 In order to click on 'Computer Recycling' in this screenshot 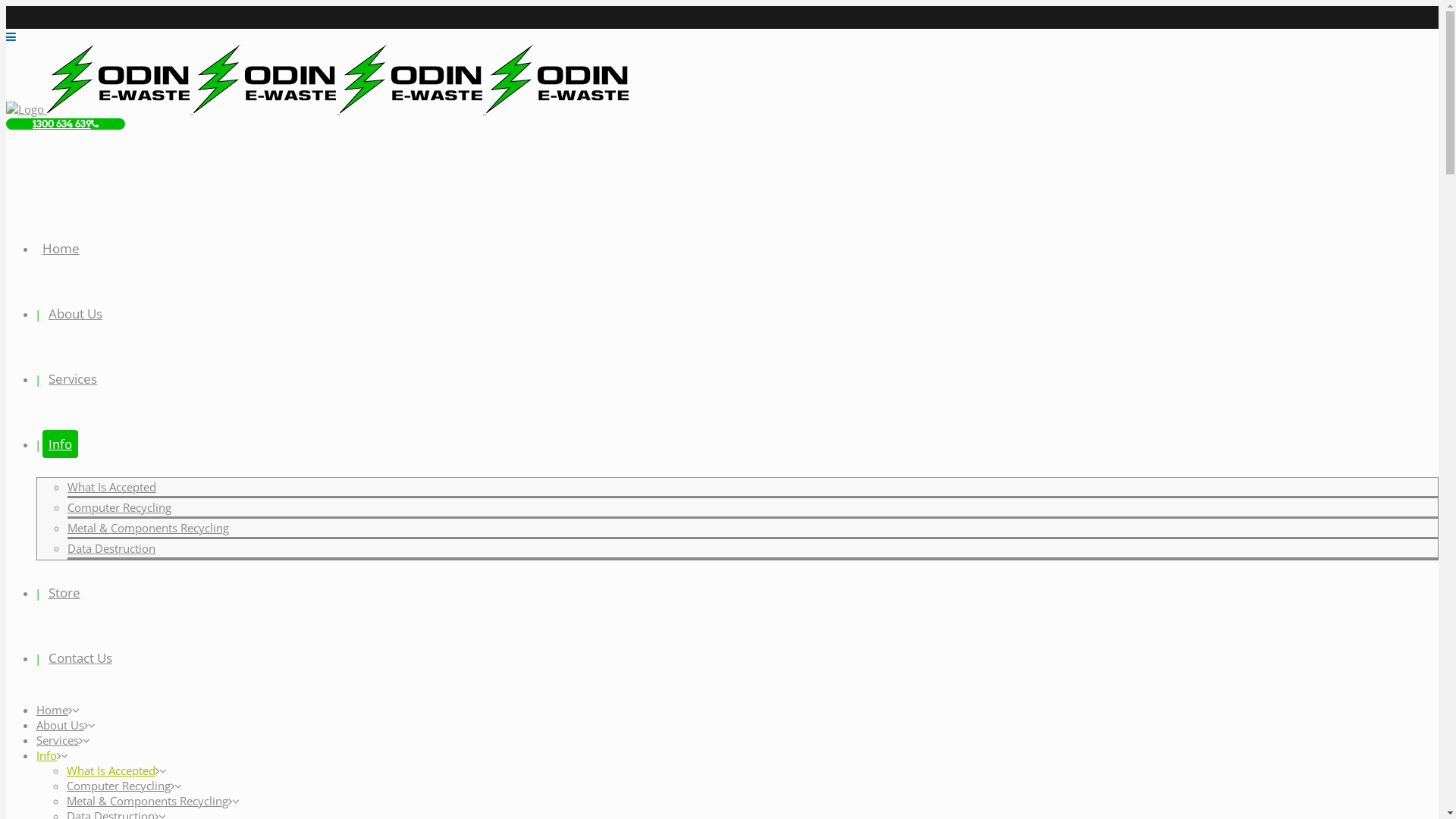, I will do `click(118, 785)`.